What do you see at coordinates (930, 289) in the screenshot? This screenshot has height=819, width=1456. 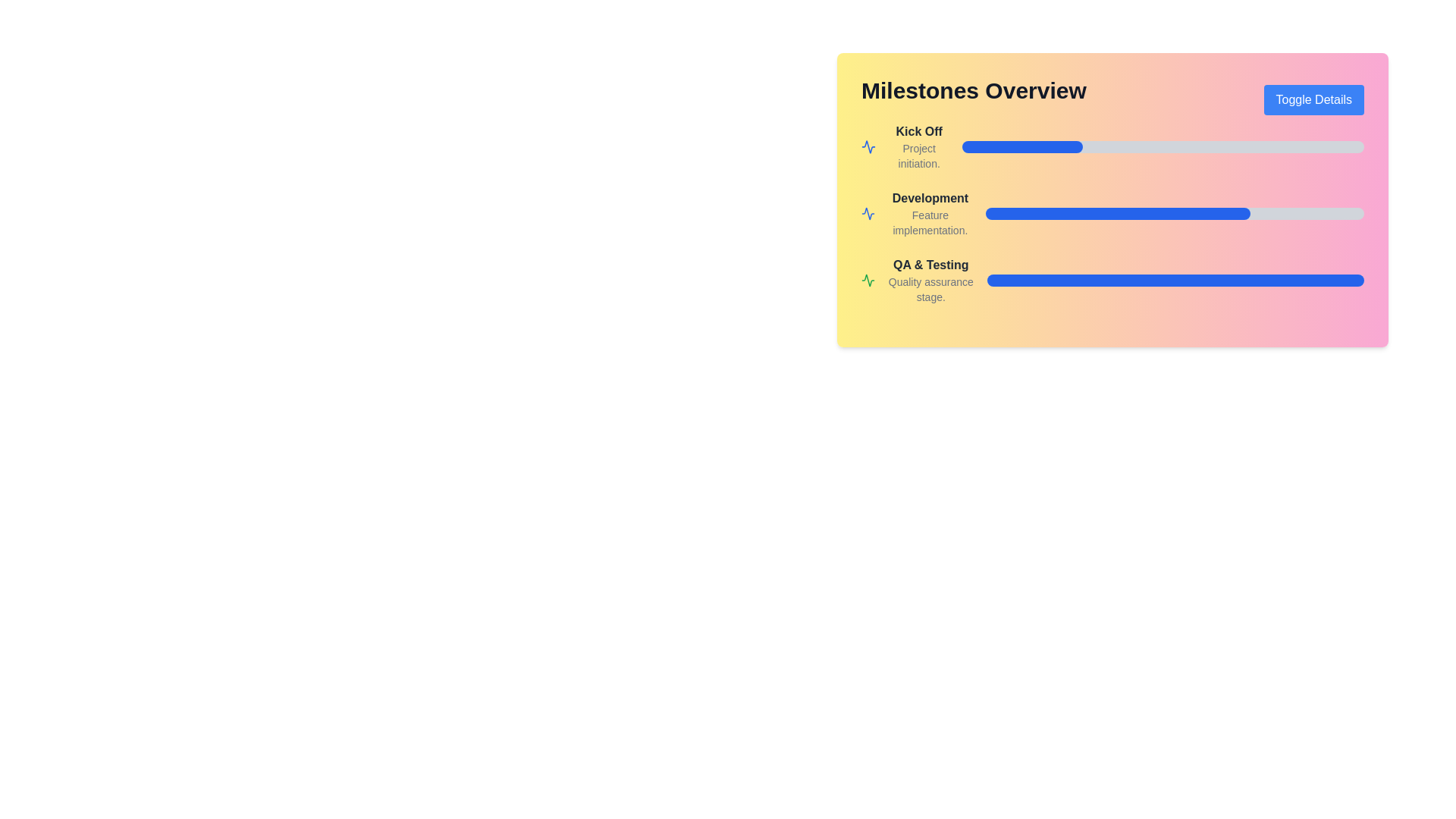 I see `text label displaying 'Quality assurance stage.' located beneath the heading 'QA & Testing' in the Milestones Overview section` at bounding box center [930, 289].